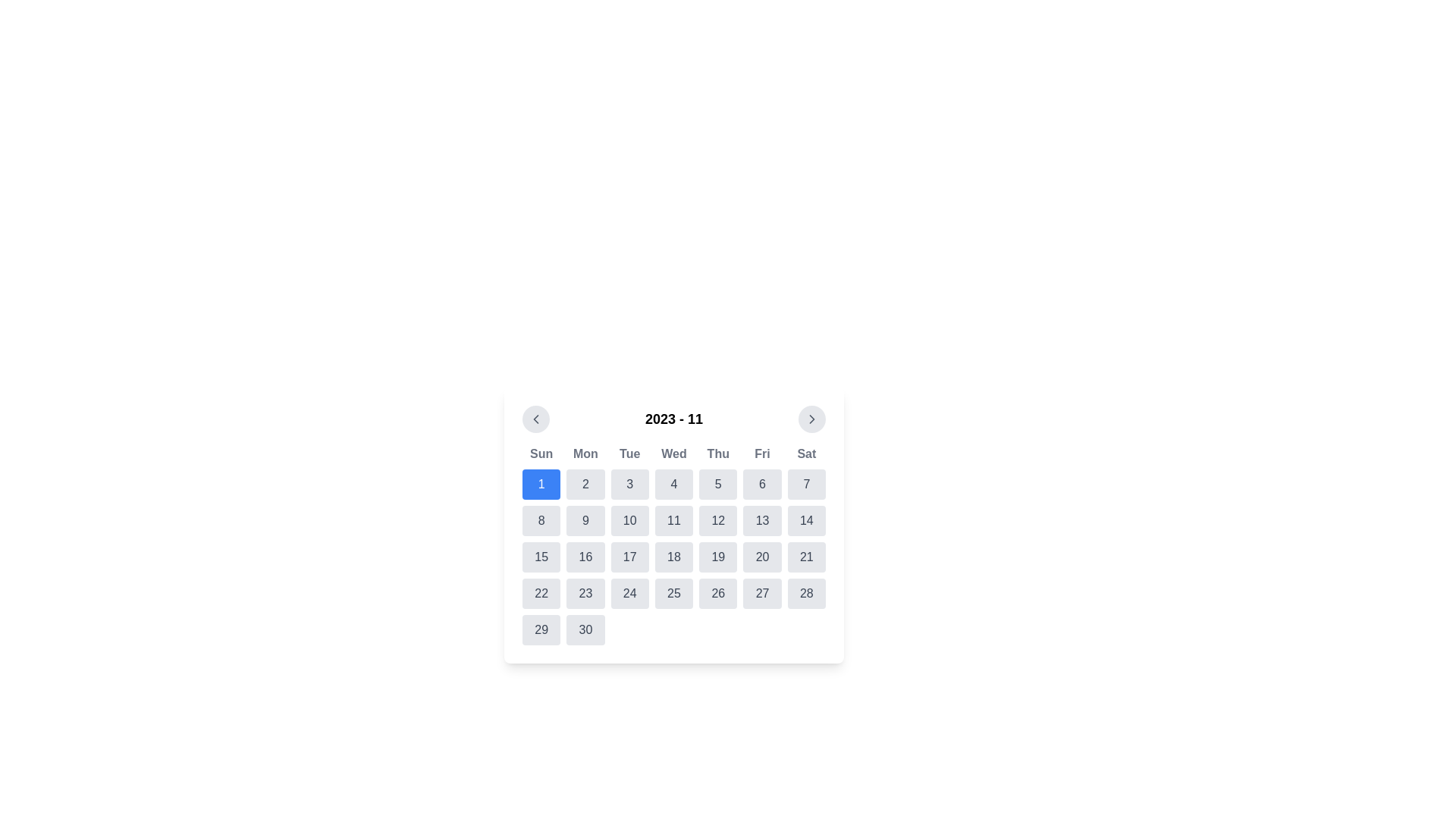 This screenshot has width=1456, height=819. I want to click on the button that allows users to select the date '6' in the calendar grid layout, so click(762, 485).